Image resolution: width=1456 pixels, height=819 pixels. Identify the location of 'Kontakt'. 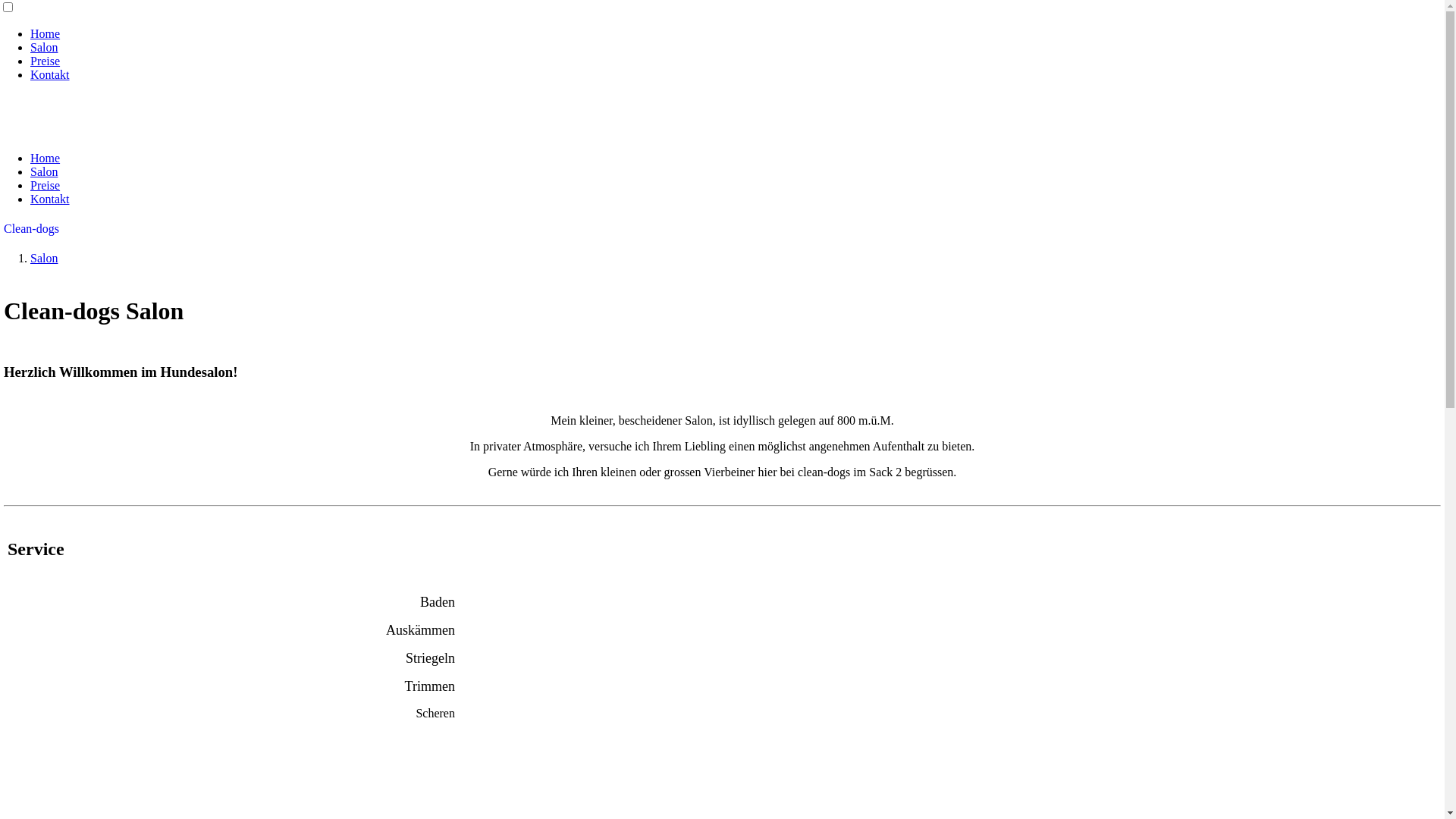
(50, 74).